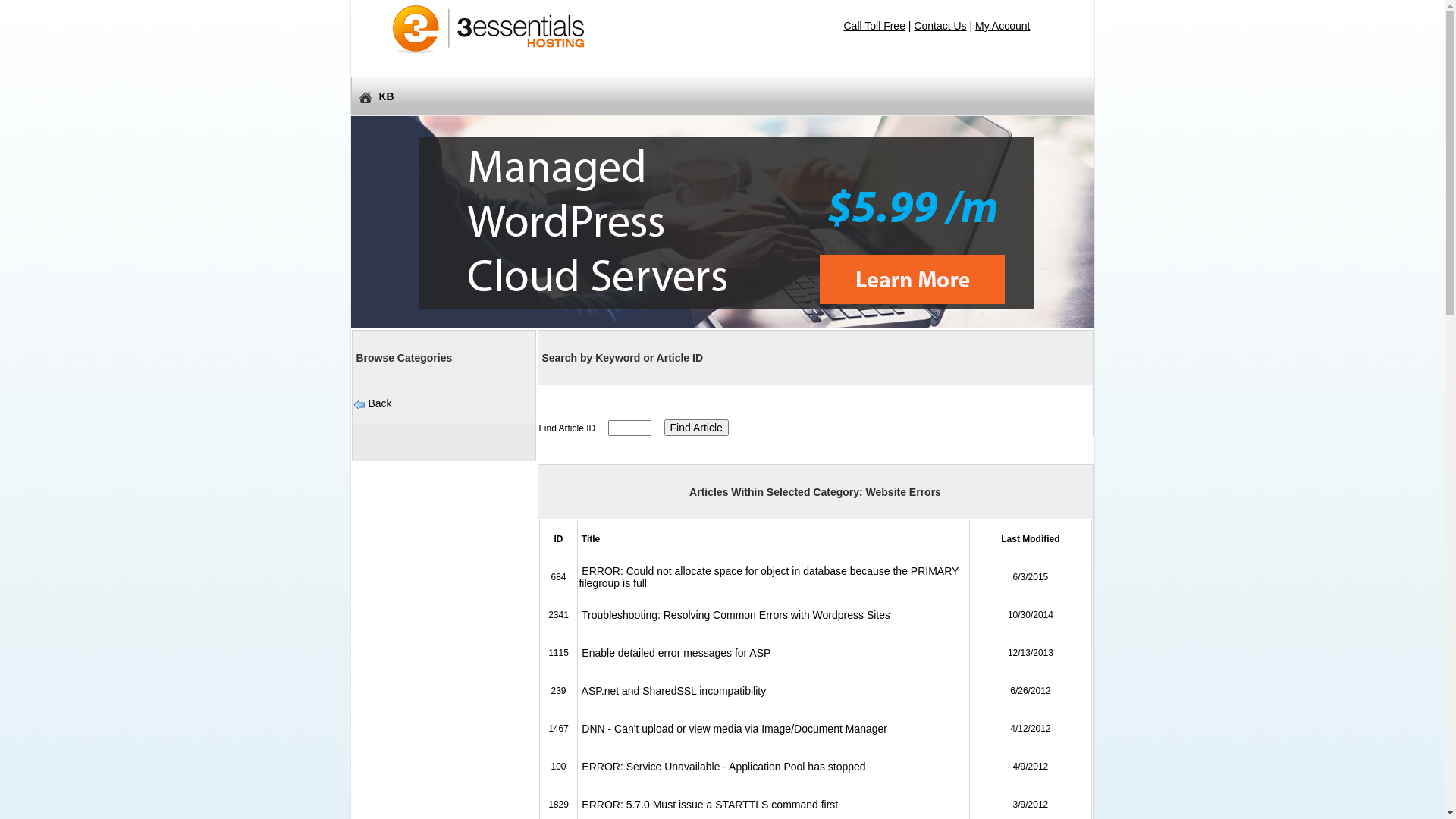 The height and width of the screenshot is (819, 1456). Describe the element at coordinates (720, 96) in the screenshot. I see `'KB'` at that location.